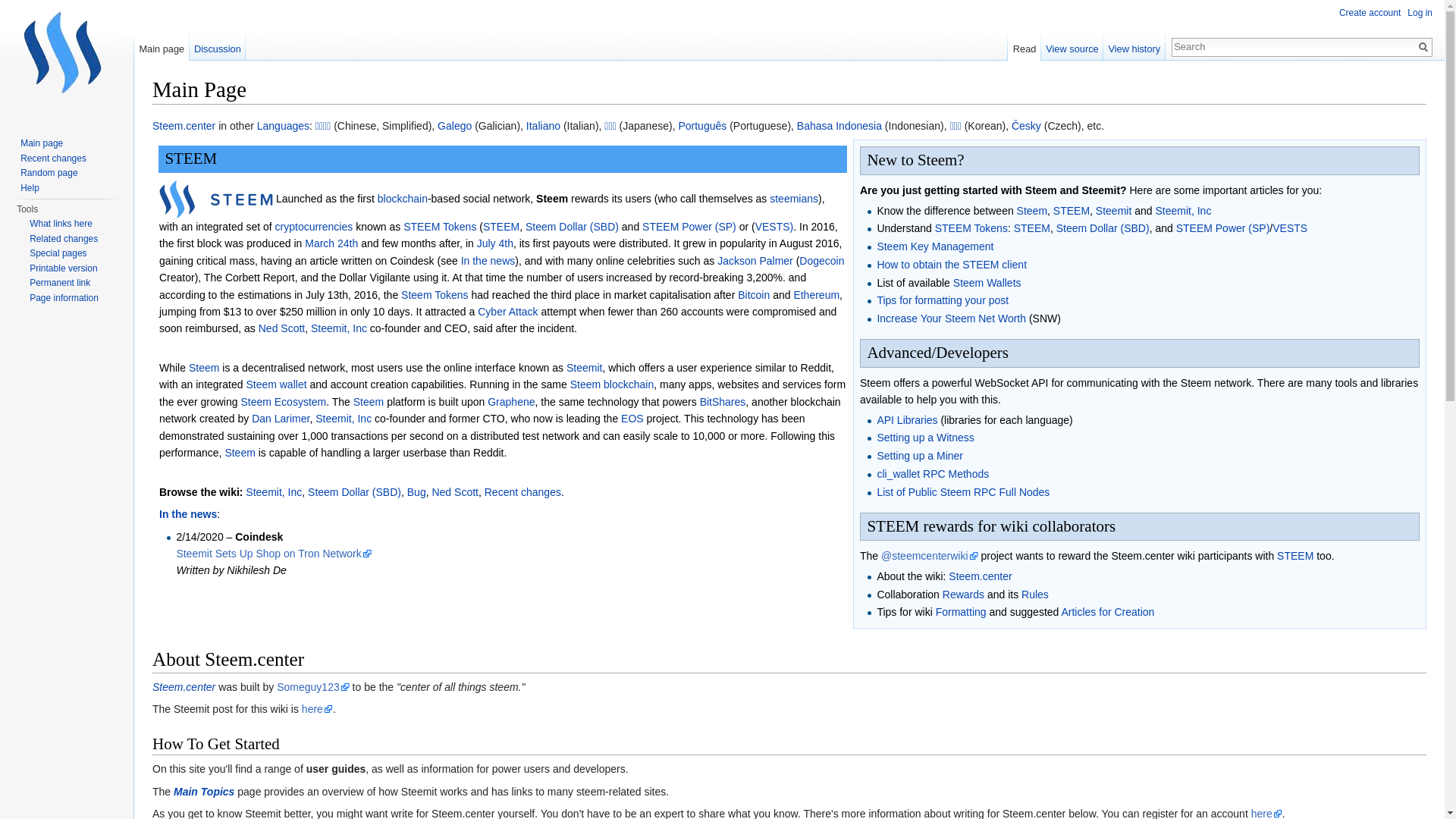  What do you see at coordinates (202, 791) in the screenshot?
I see `'Main Topics'` at bounding box center [202, 791].